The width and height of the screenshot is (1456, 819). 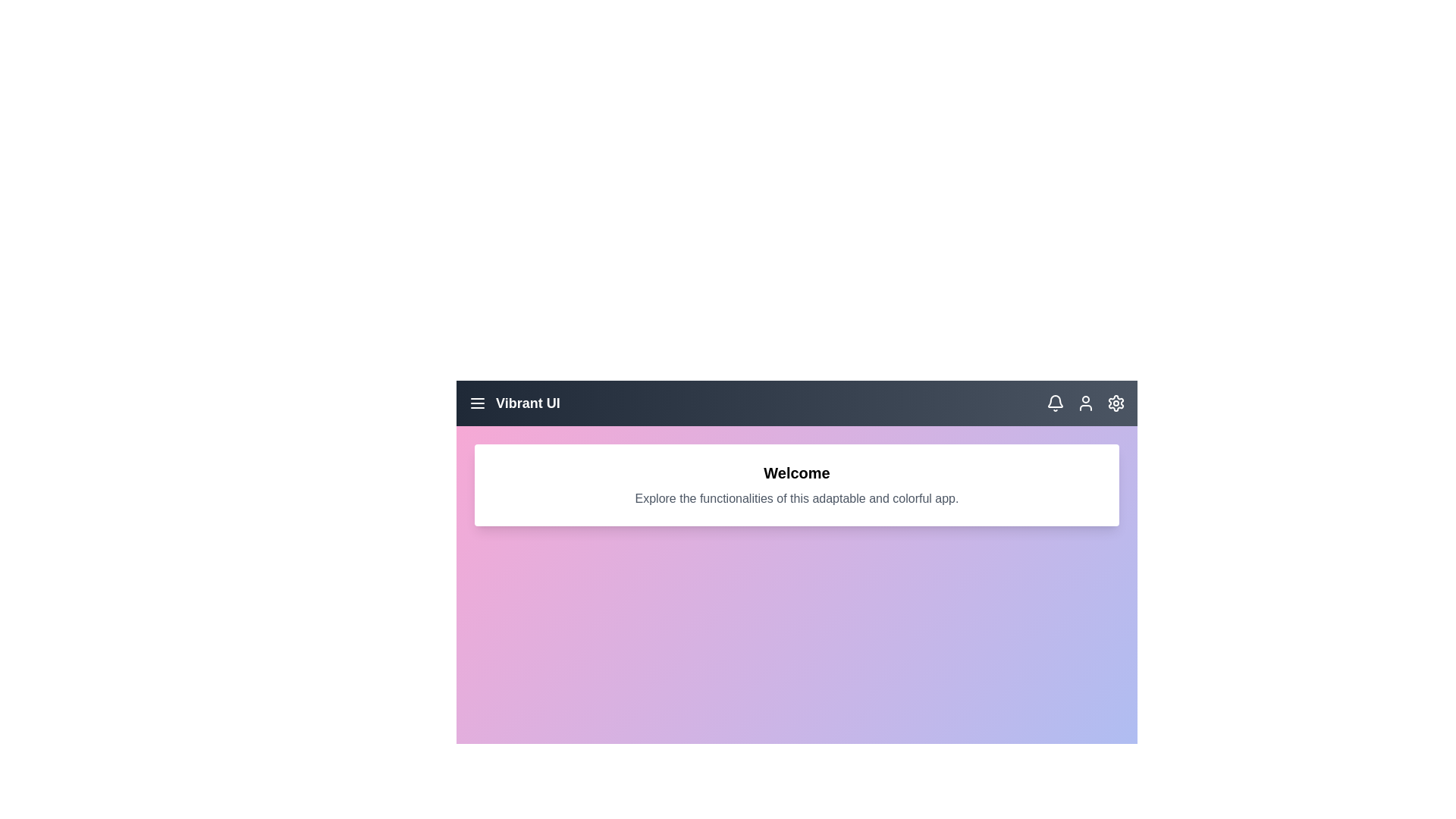 I want to click on the notification bell icon to trigger its functionality, so click(x=1055, y=403).